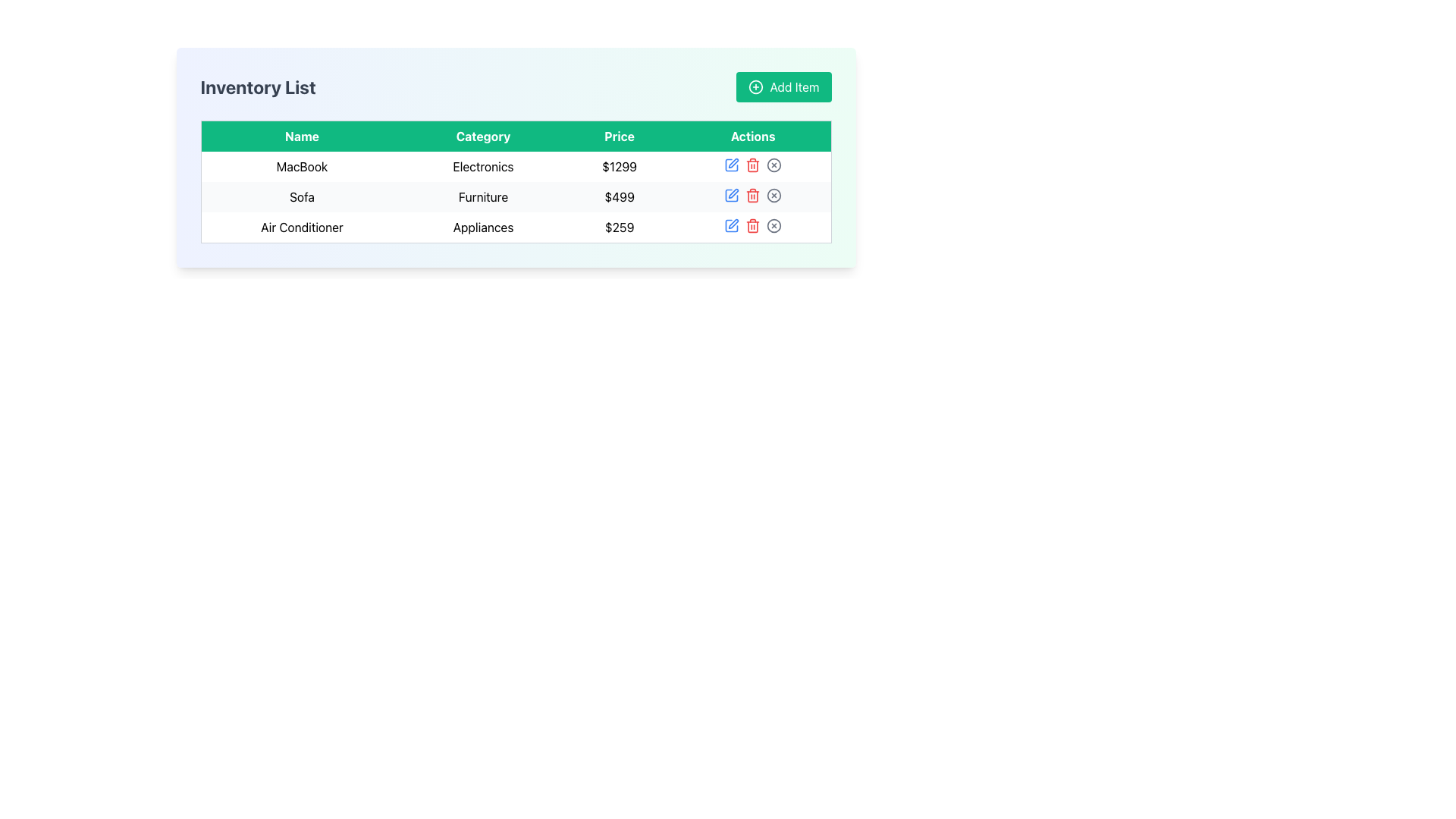  Describe the element at coordinates (258, 87) in the screenshot. I see `the bold, large, dark-gray text label displaying 'Inventory List' located at the top-left portion of the interface` at that location.